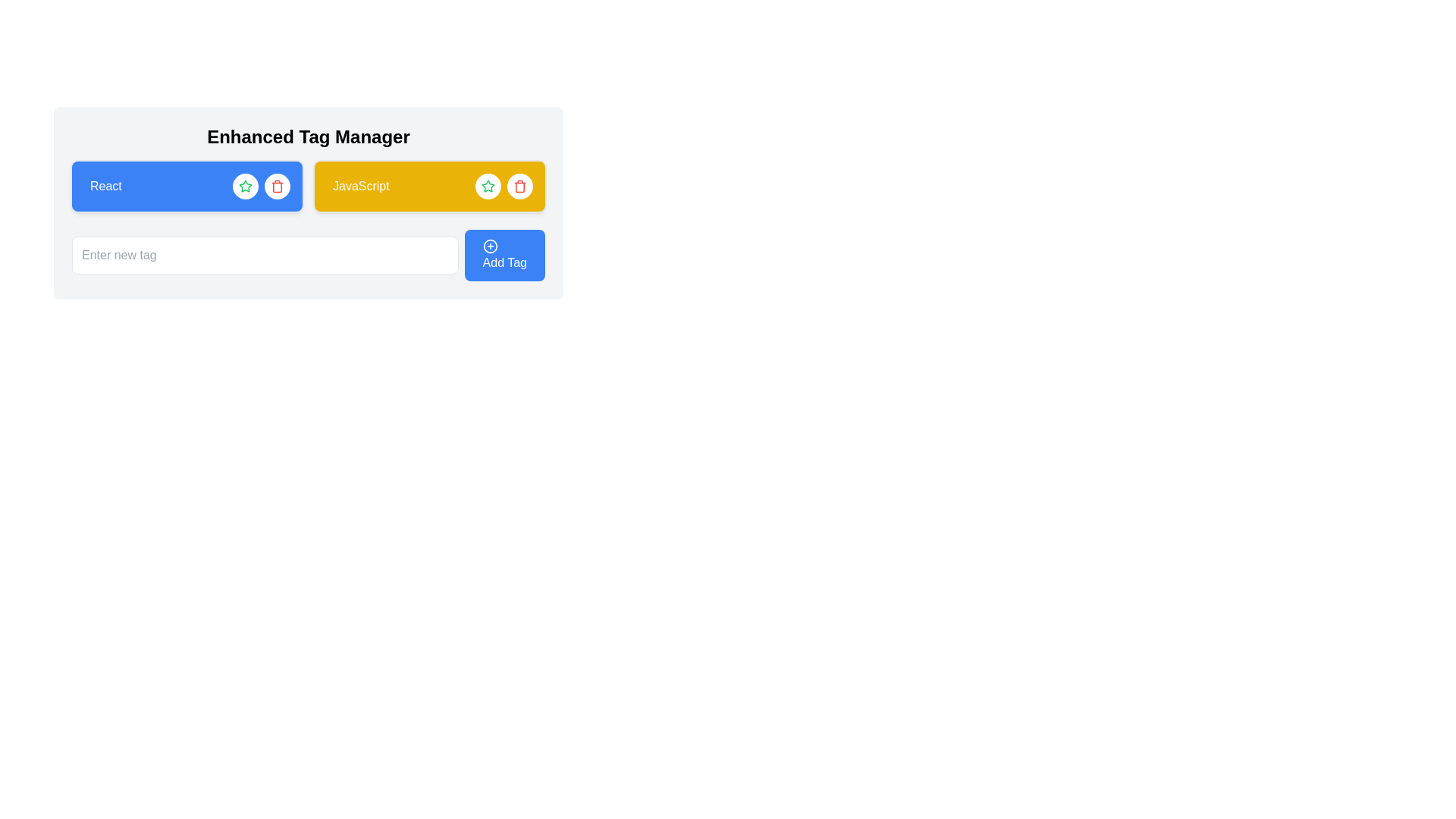 The height and width of the screenshot is (819, 1456). Describe the element at coordinates (246, 186) in the screenshot. I see `the circular button with a white background and a green star icon` at that location.